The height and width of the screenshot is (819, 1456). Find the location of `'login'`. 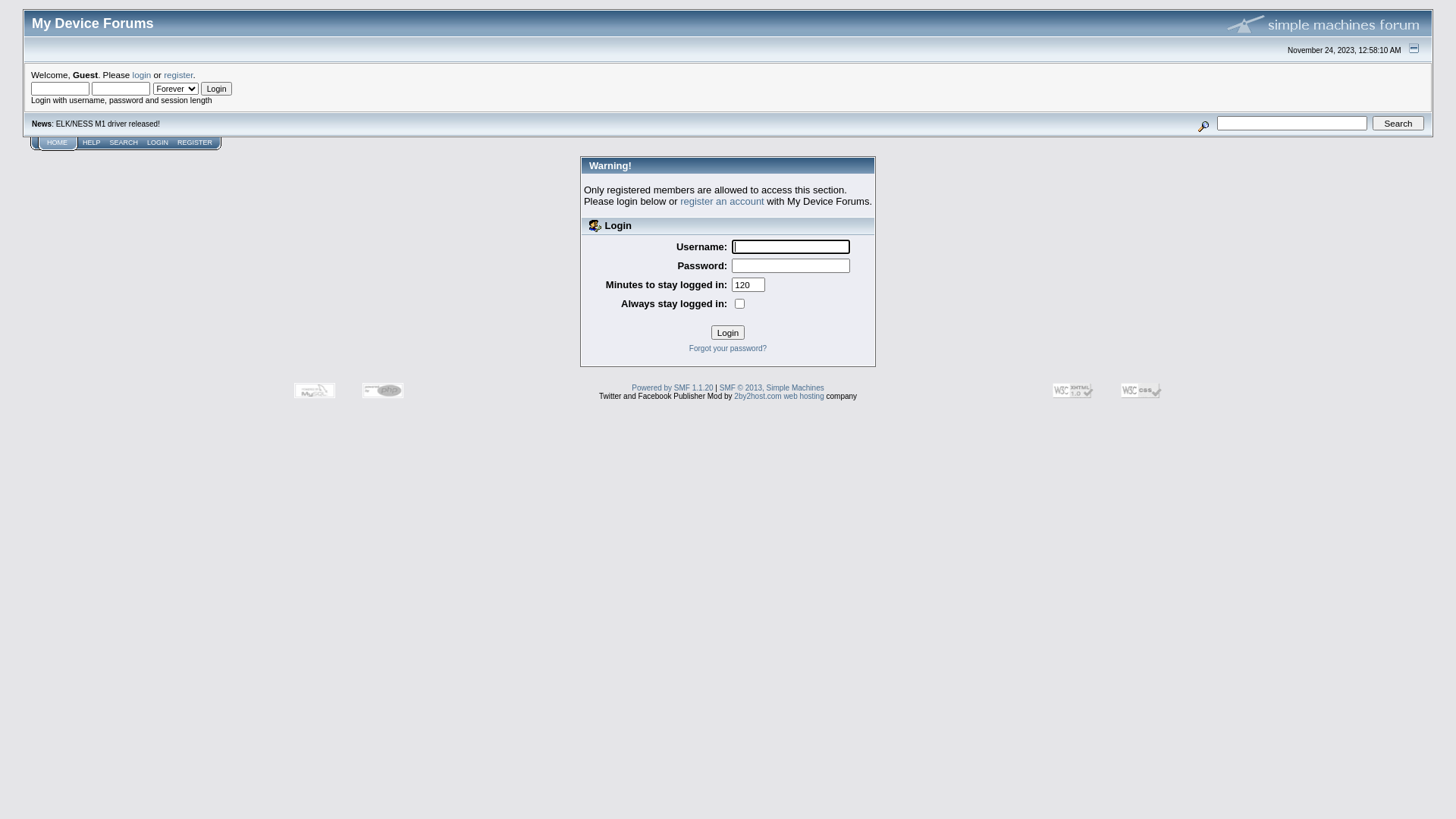

'login' is located at coordinates (142, 74).